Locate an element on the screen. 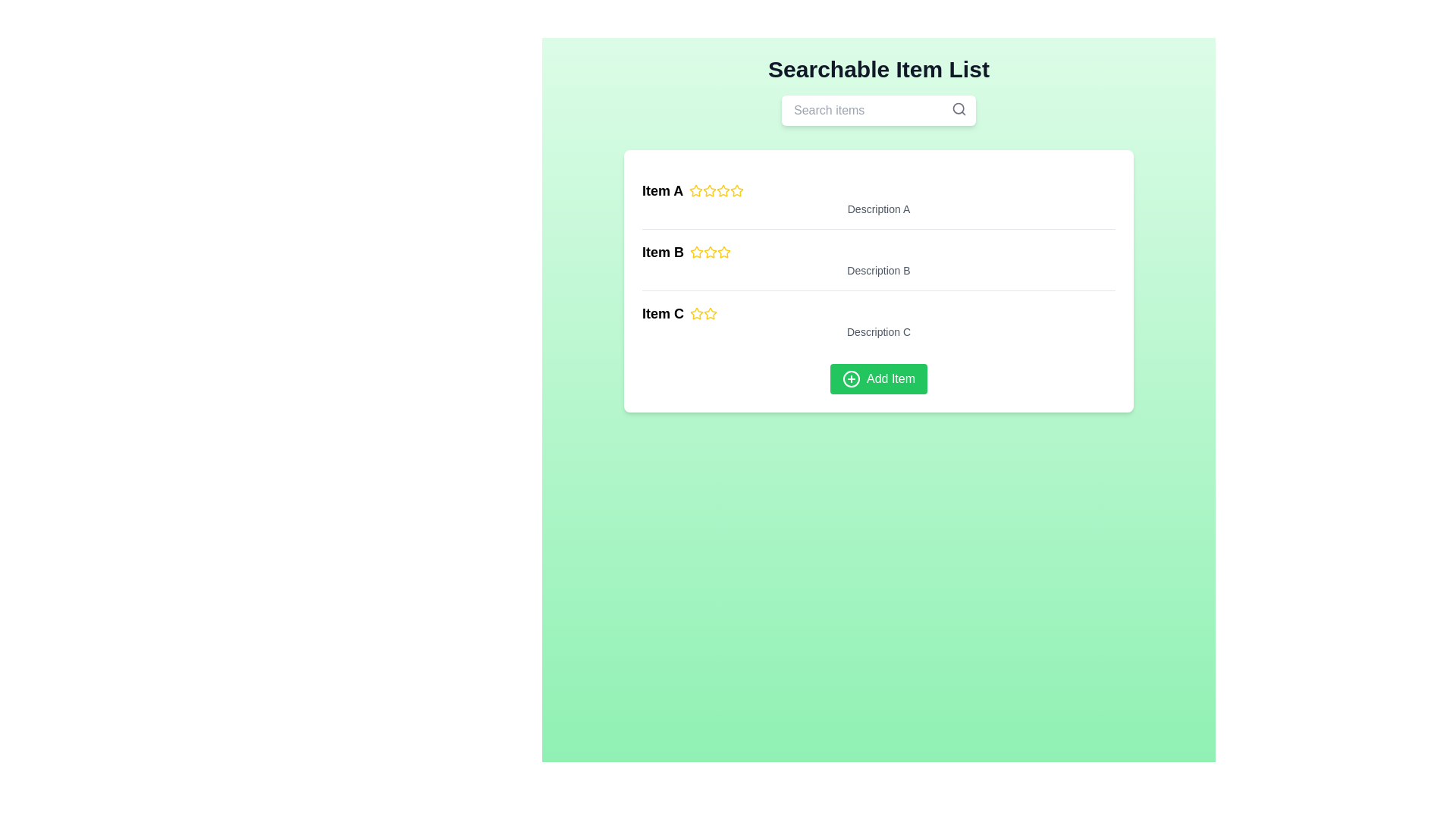  the 'Add New Item' button located at the bottom of the item list to observe the hover effects is located at coordinates (878, 378).